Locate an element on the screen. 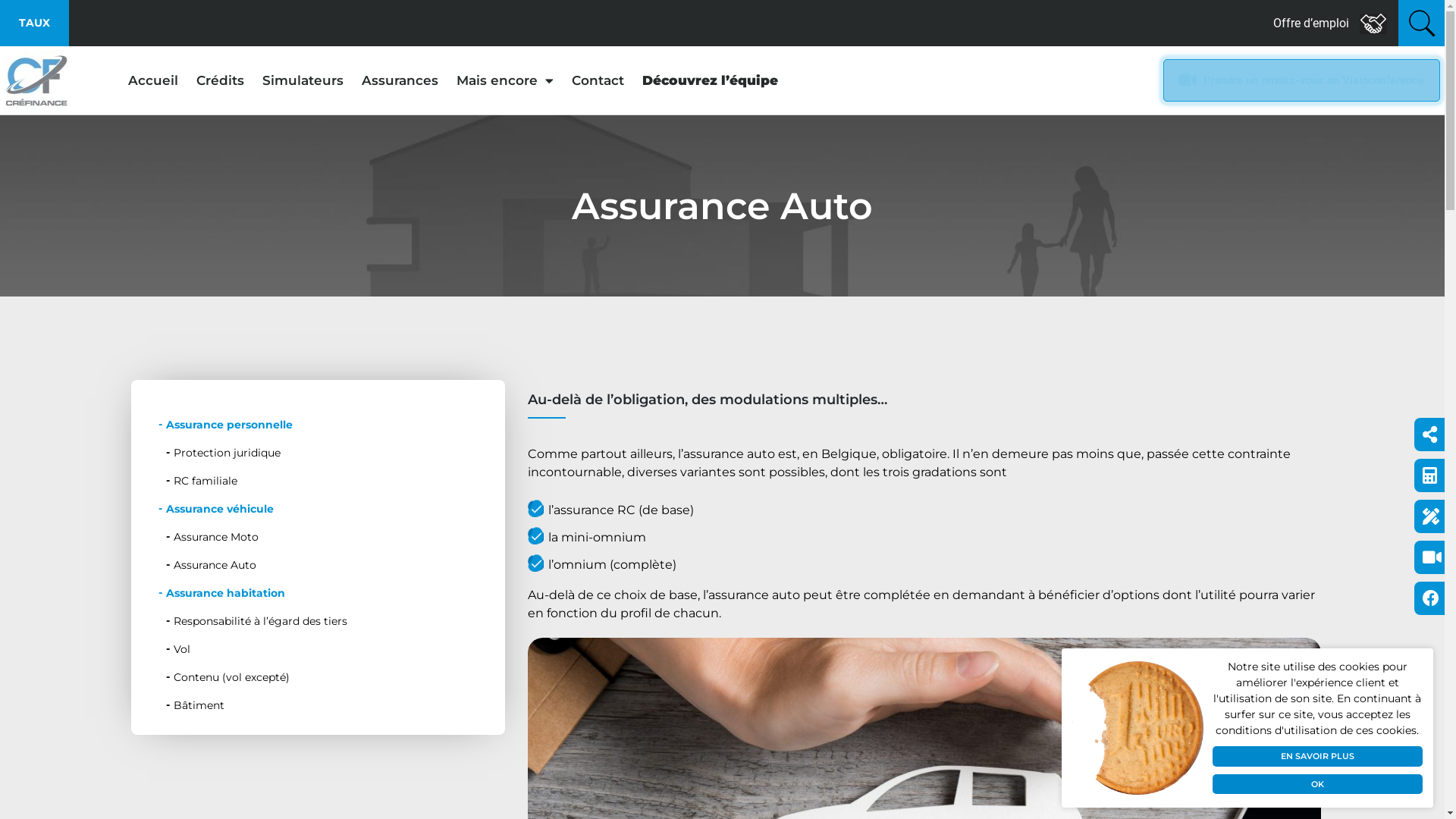 The width and height of the screenshot is (1456, 819). 'Assurances' is located at coordinates (352, 80).